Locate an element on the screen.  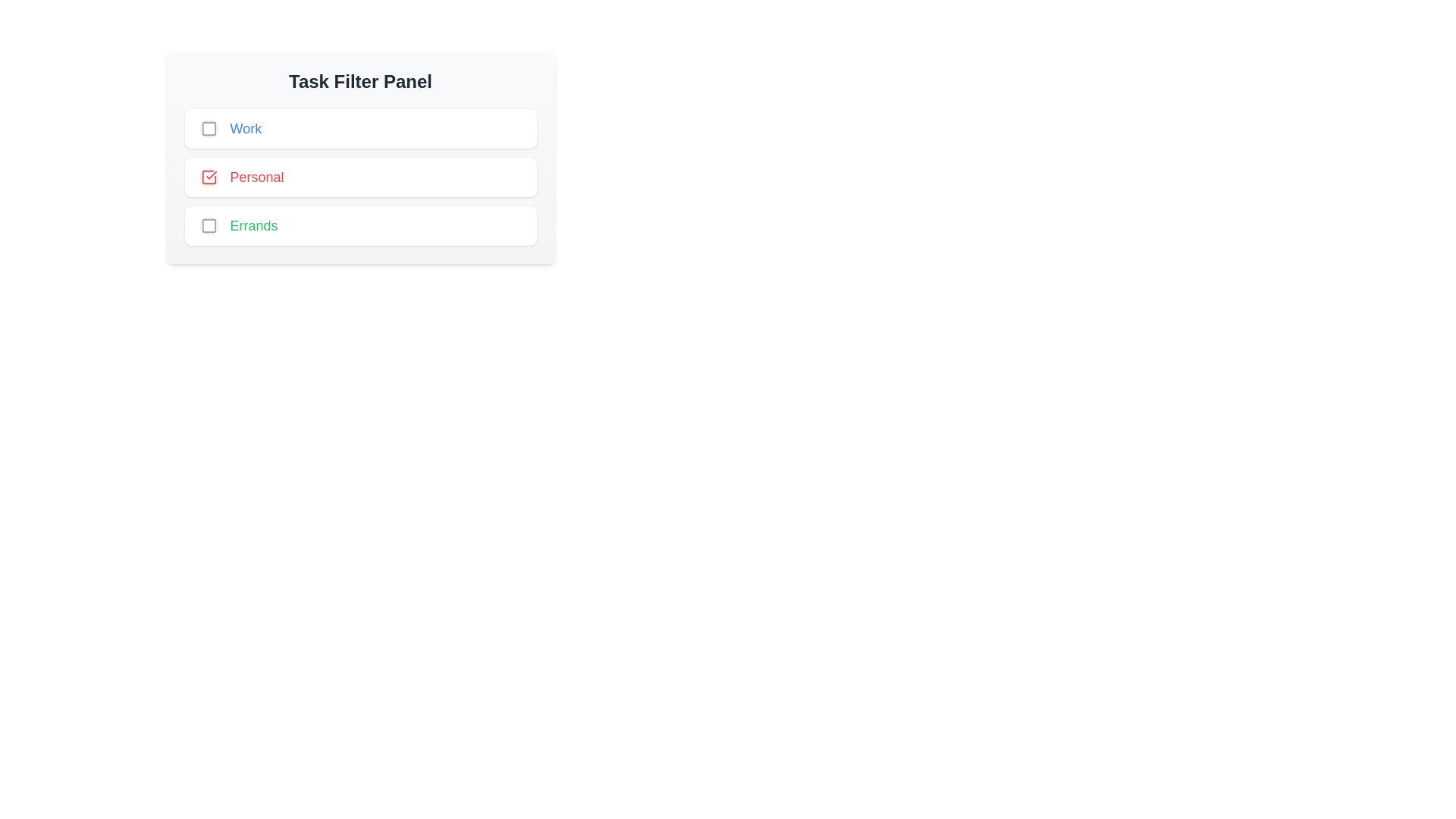
the checkbox labeled 'Errands' is located at coordinates (359, 225).